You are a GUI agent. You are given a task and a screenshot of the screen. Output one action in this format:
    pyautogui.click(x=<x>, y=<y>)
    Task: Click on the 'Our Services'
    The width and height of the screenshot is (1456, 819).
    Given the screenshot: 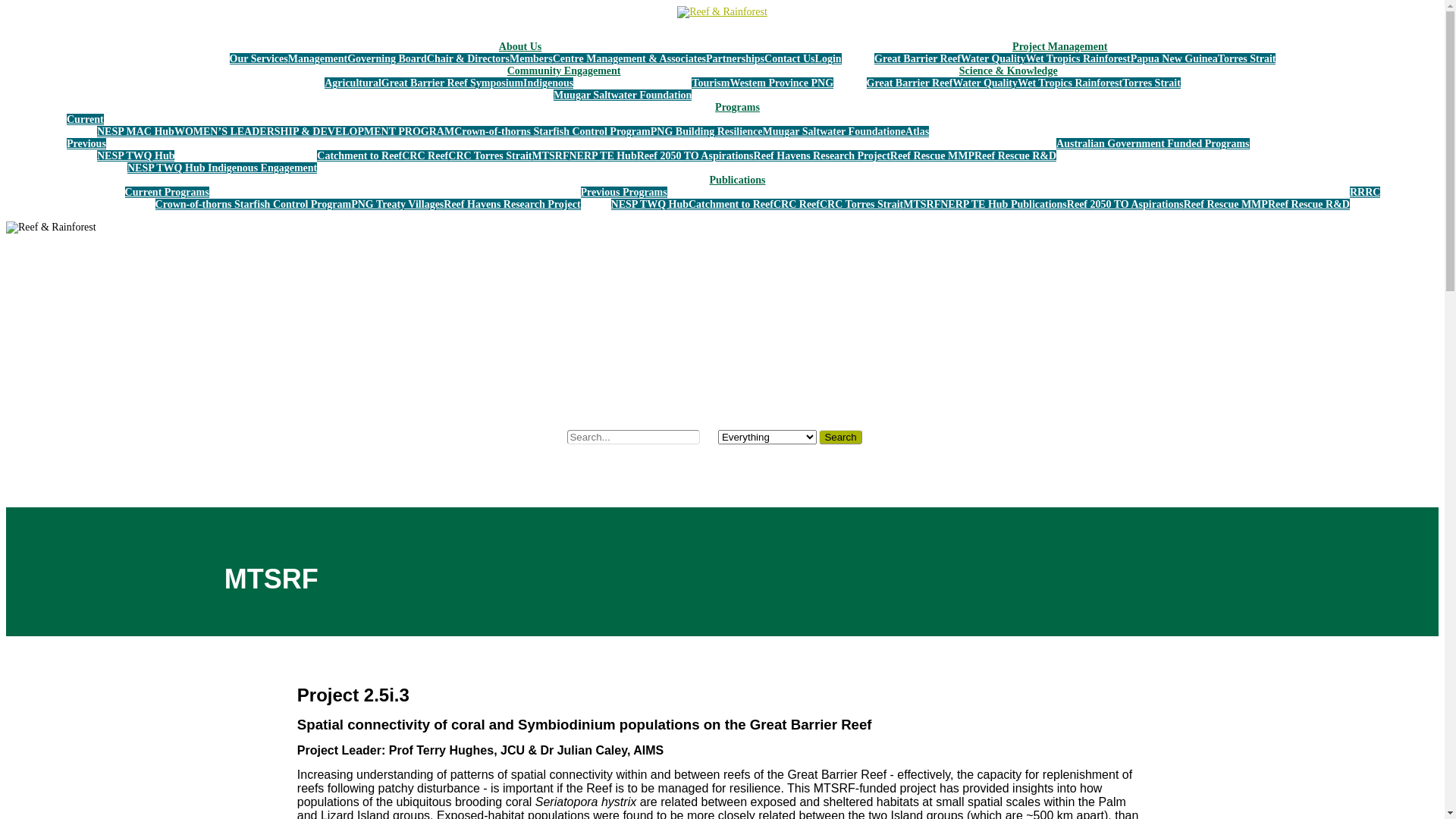 What is the action you would take?
    pyautogui.click(x=228, y=58)
    